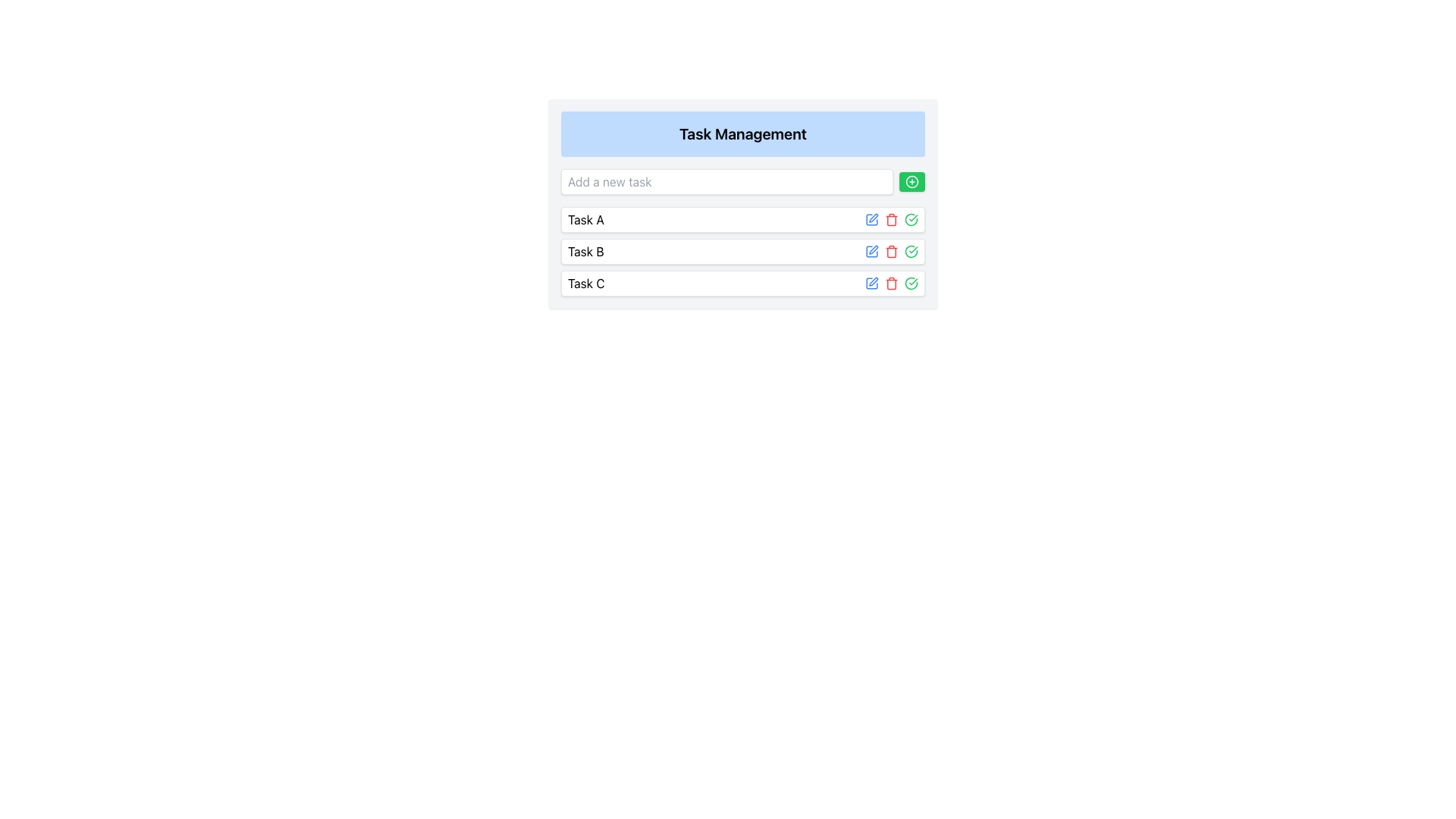 The width and height of the screenshot is (1456, 819). What do you see at coordinates (910, 284) in the screenshot?
I see `the confirmation button located on the right side of the third row associated with Task C in the task management section` at bounding box center [910, 284].